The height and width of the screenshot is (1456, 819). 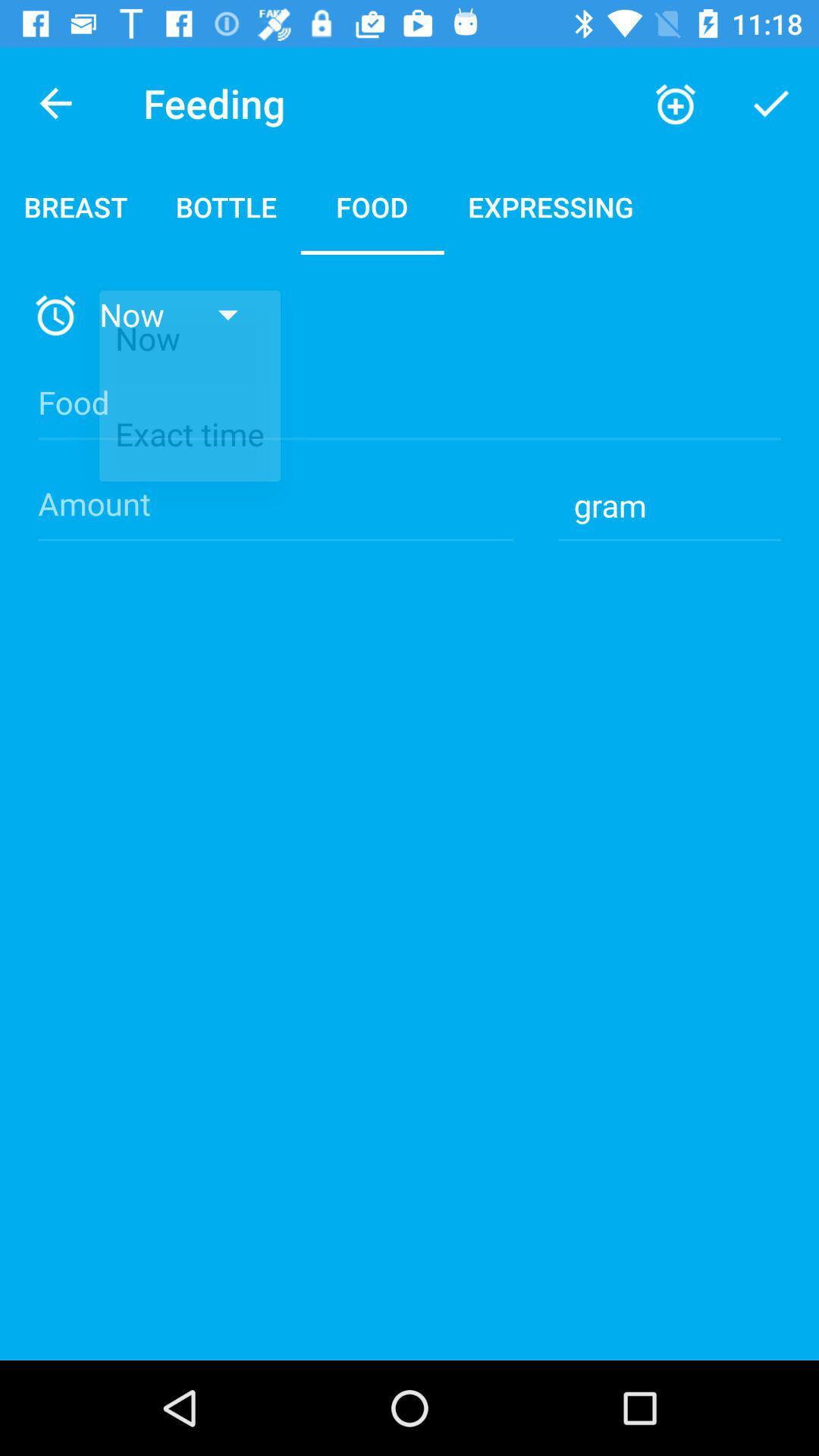 What do you see at coordinates (409, 416) in the screenshot?
I see `food exact time` at bounding box center [409, 416].